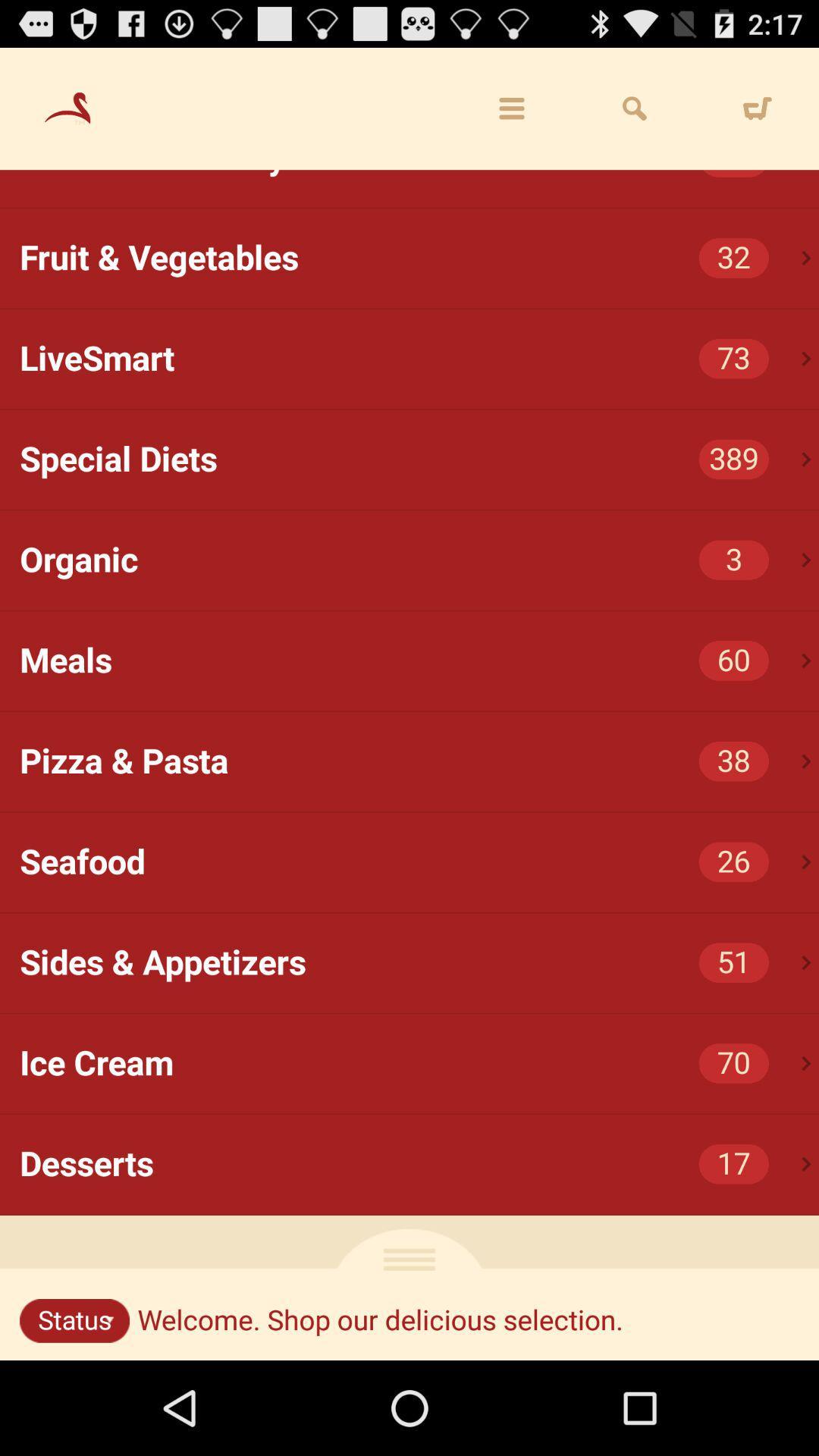  Describe the element at coordinates (635, 115) in the screenshot. I see `the search icon` at that location.